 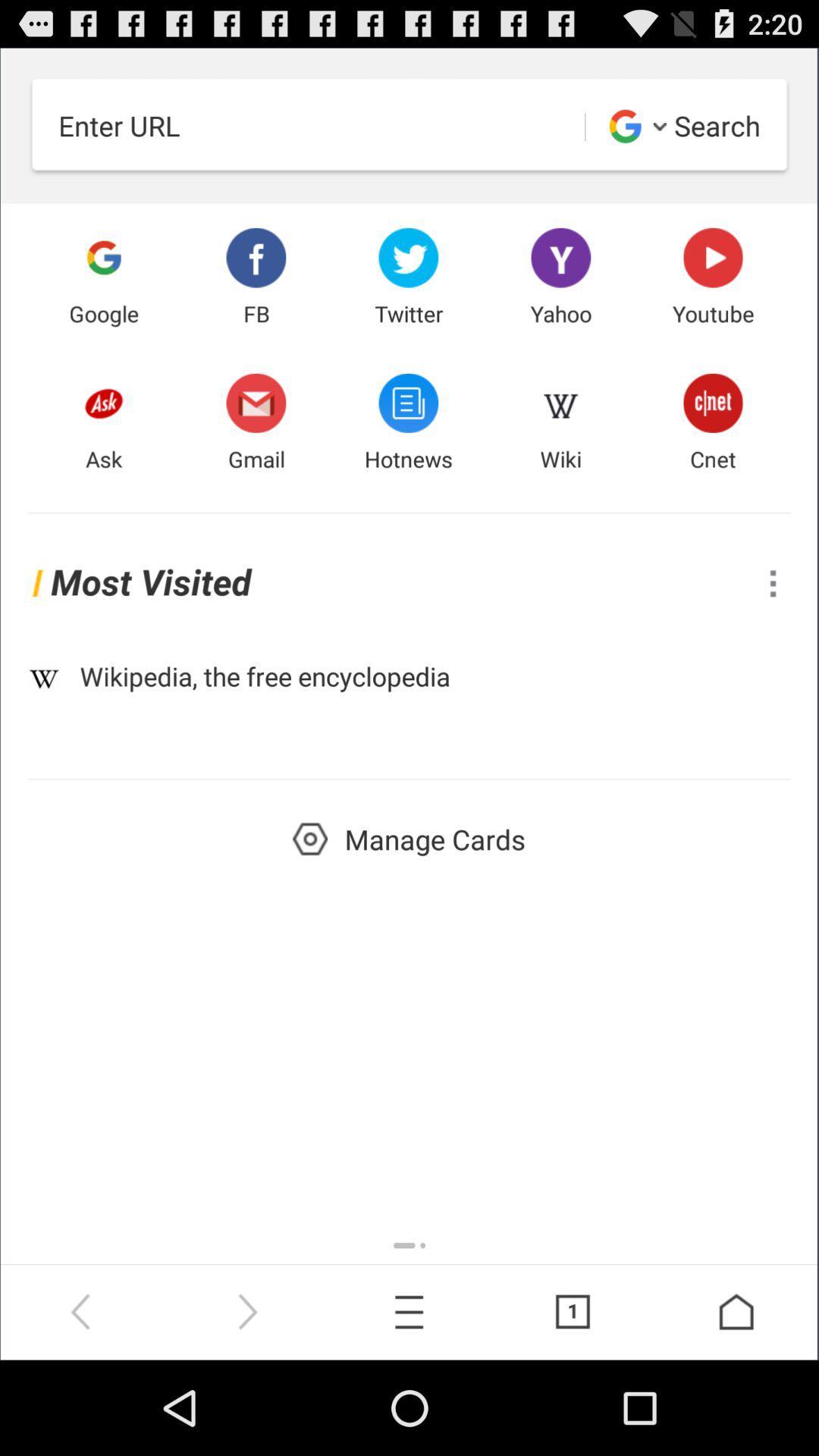 What do you see at coordinates (409, 1404) in the screenshot?
I see `the menu icon` at bounding box center [409, 1404].